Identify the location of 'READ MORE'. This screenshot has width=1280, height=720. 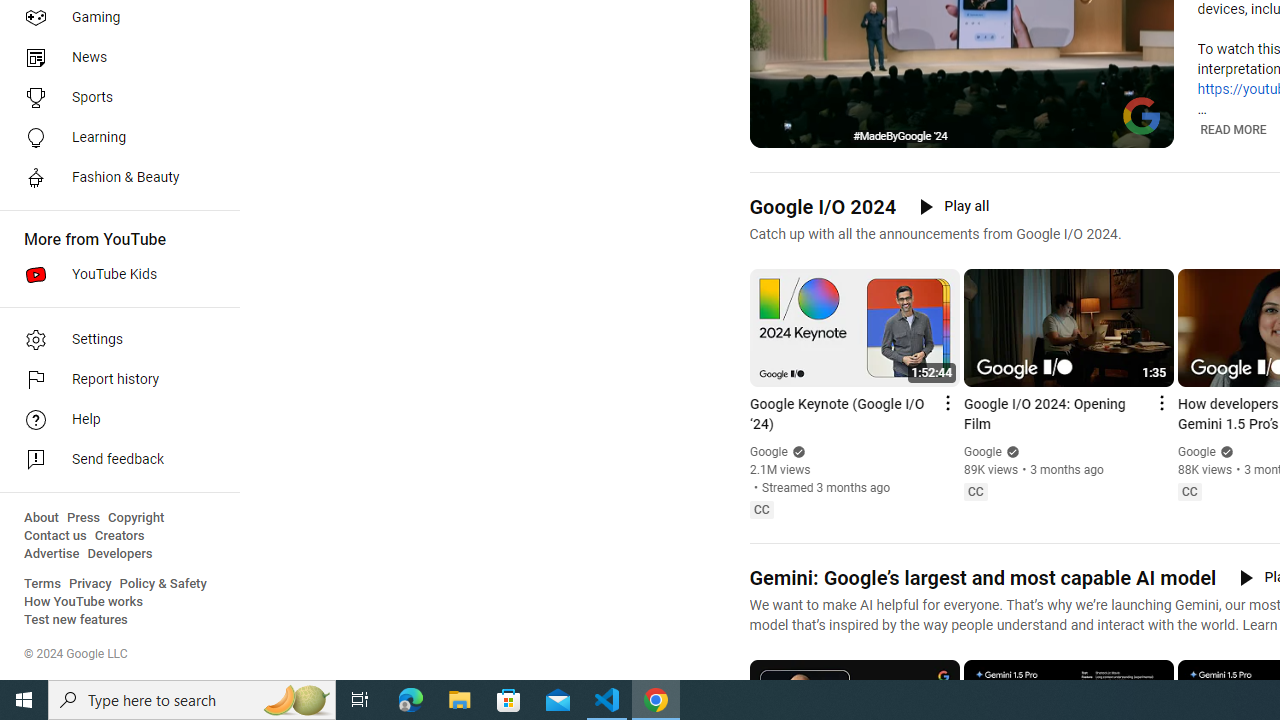
(1232, 129).